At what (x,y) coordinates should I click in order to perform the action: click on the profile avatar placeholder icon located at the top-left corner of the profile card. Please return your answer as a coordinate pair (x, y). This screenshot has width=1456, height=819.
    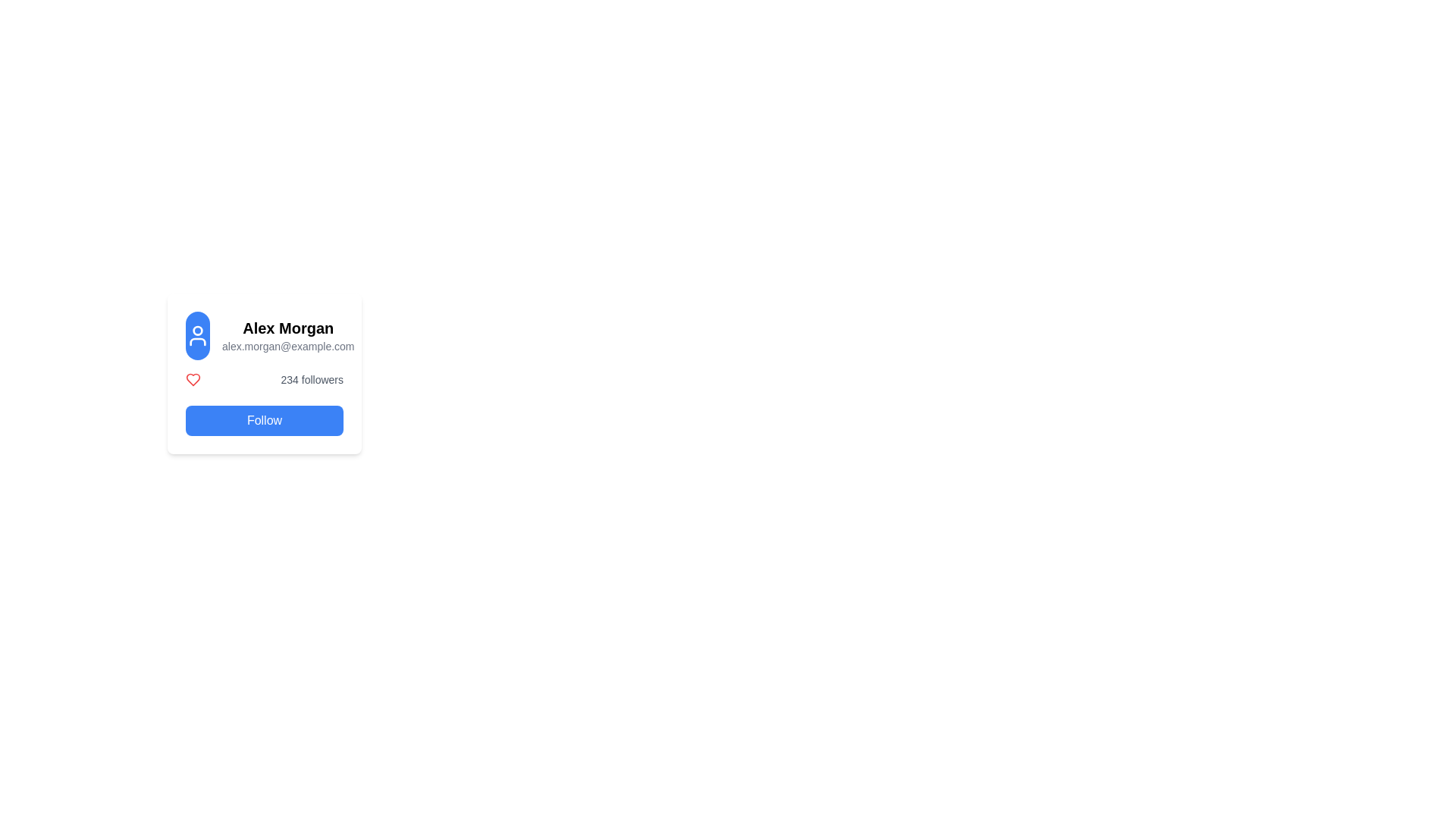
    Looking at the image, I should click on (196, 335).